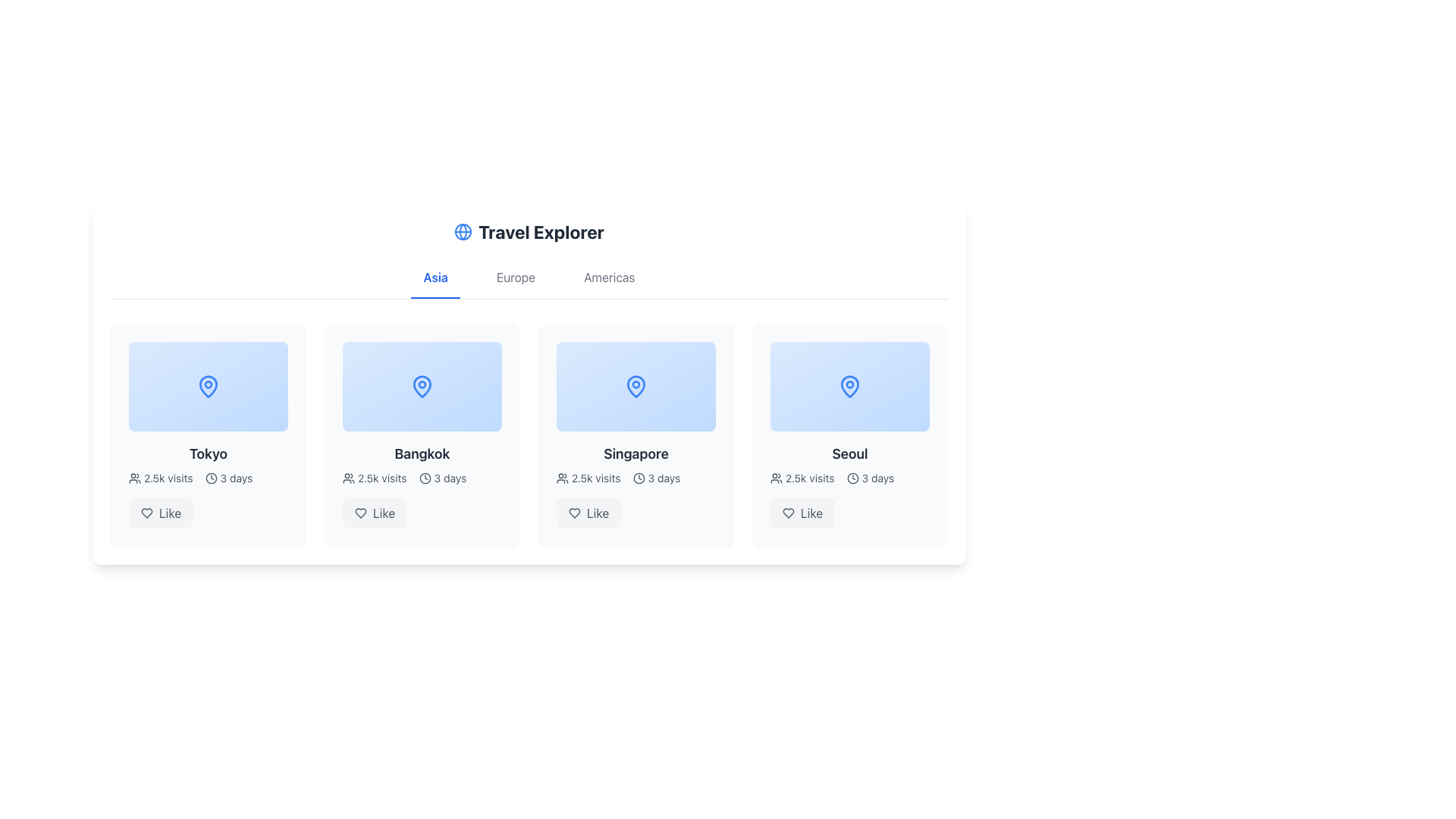 The width and height of the screenshot is (1456, 819). I want to click on the text element displaying '2.5k visits' and '3 days' with associated icons, positioned in the center of the Bangkok card, so click(422, 479).